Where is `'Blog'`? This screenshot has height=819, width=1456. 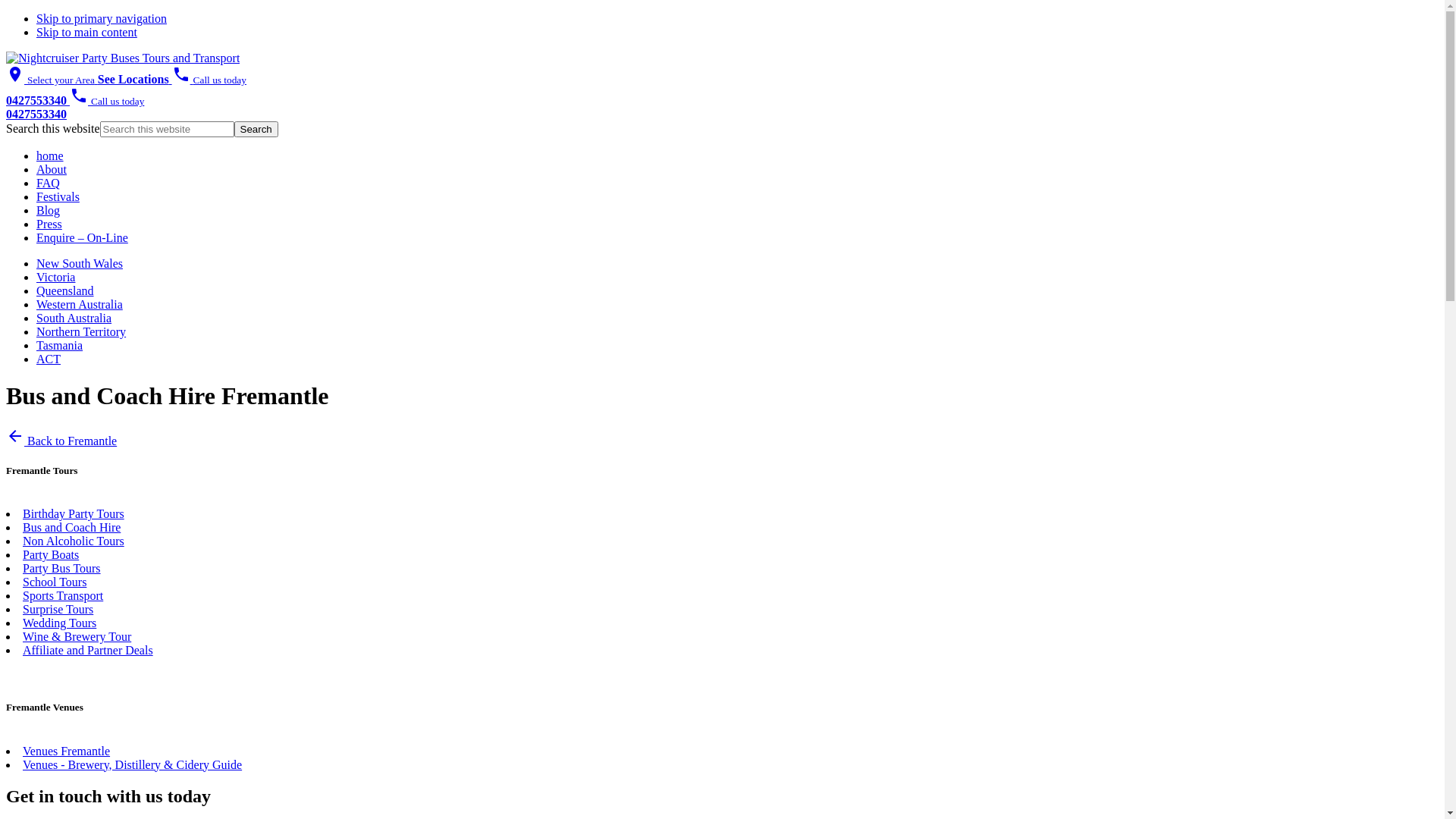
'Blog' is located at coordinates (48, 210).